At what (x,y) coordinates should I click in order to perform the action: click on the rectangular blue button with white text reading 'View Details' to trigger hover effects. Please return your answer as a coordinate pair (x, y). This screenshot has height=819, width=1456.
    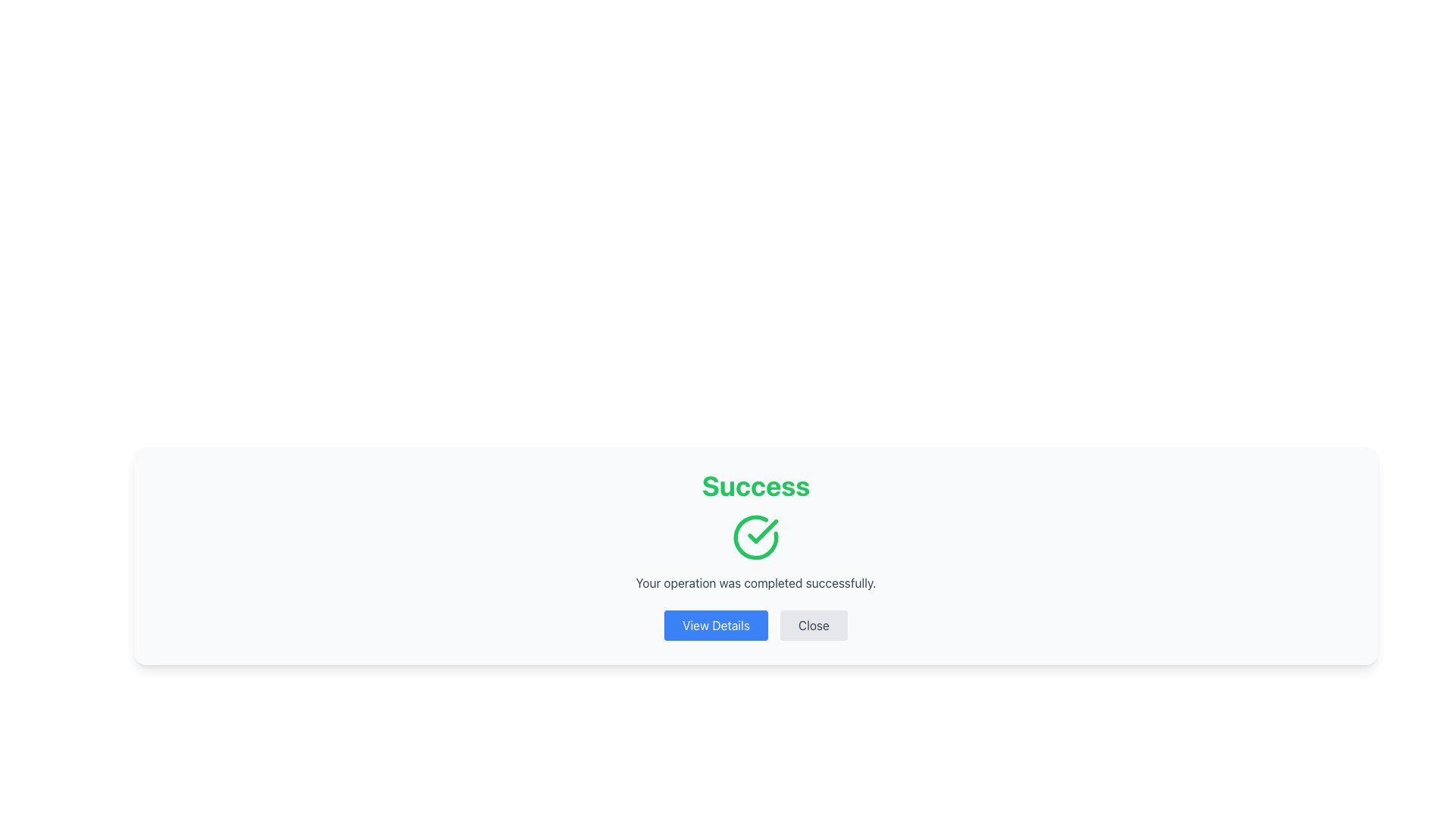
    Looking at the image, I should click on (715, 626).